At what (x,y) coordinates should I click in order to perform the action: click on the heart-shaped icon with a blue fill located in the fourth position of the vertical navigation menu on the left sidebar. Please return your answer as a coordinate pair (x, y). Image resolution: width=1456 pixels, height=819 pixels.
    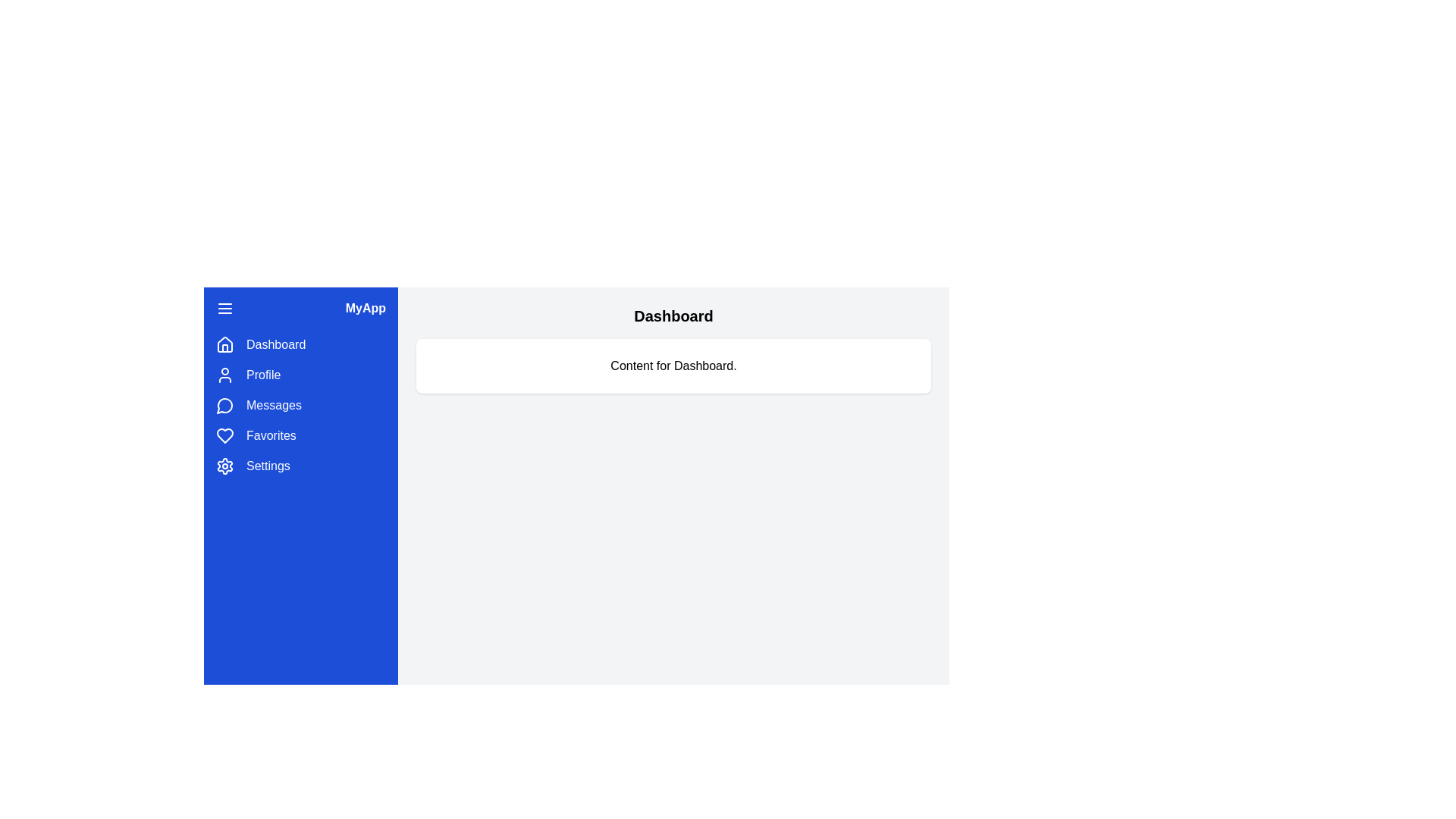
    Looking at the image, I should click on (224, 435).